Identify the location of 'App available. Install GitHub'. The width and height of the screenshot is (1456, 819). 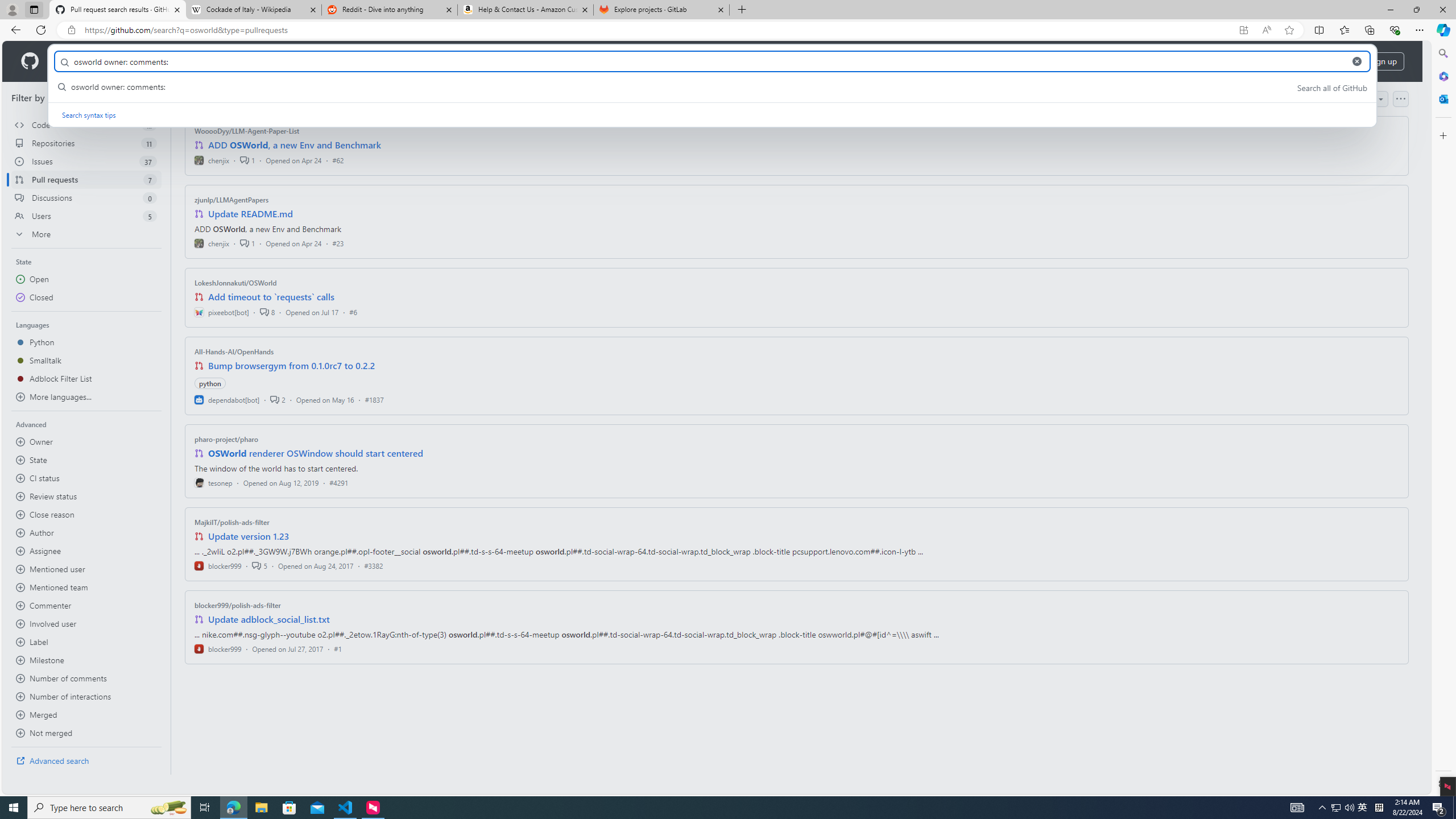
(1243, 30).